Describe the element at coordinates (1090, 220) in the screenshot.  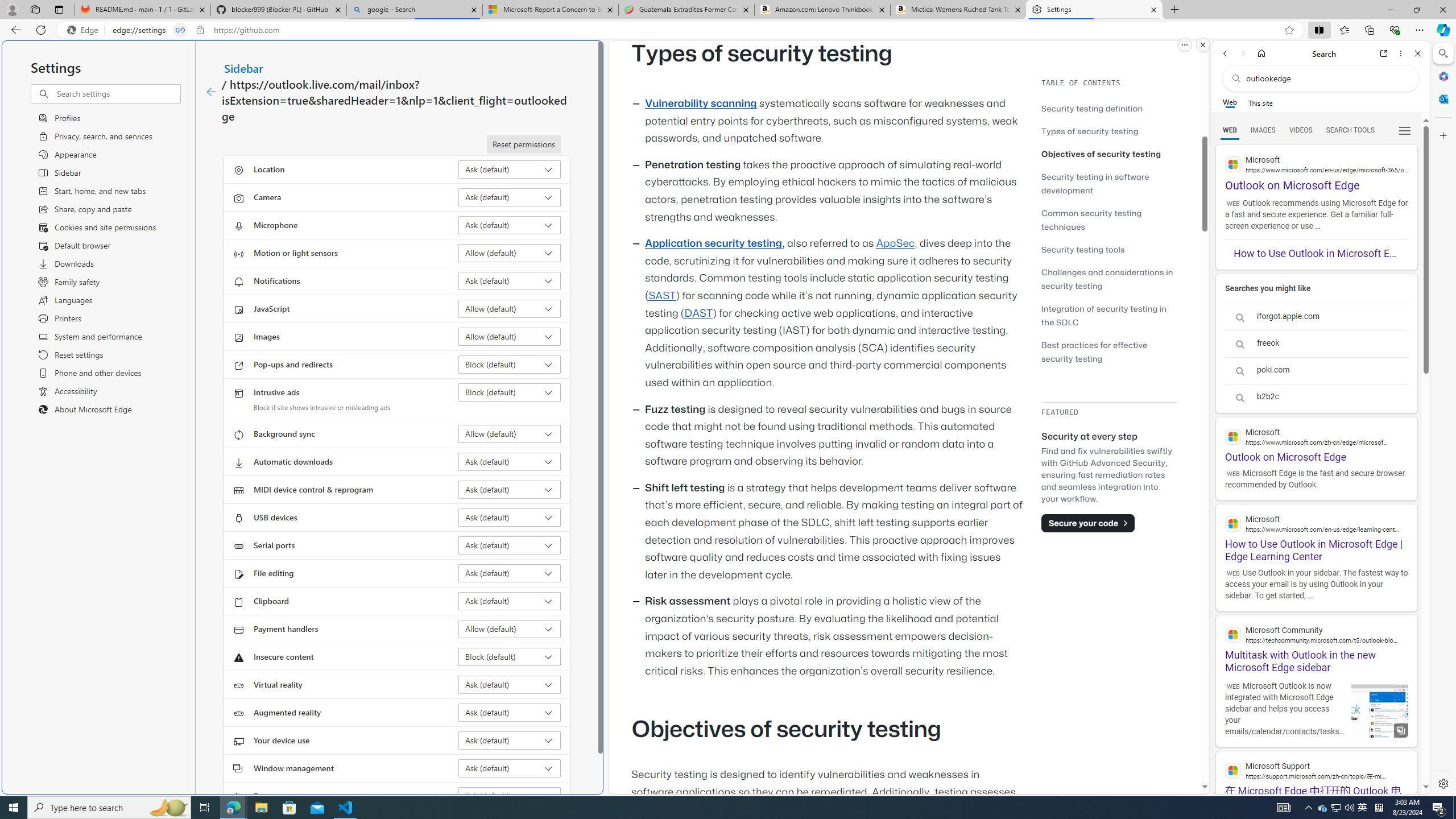
I see `'Common security testing techniques'` at that location.